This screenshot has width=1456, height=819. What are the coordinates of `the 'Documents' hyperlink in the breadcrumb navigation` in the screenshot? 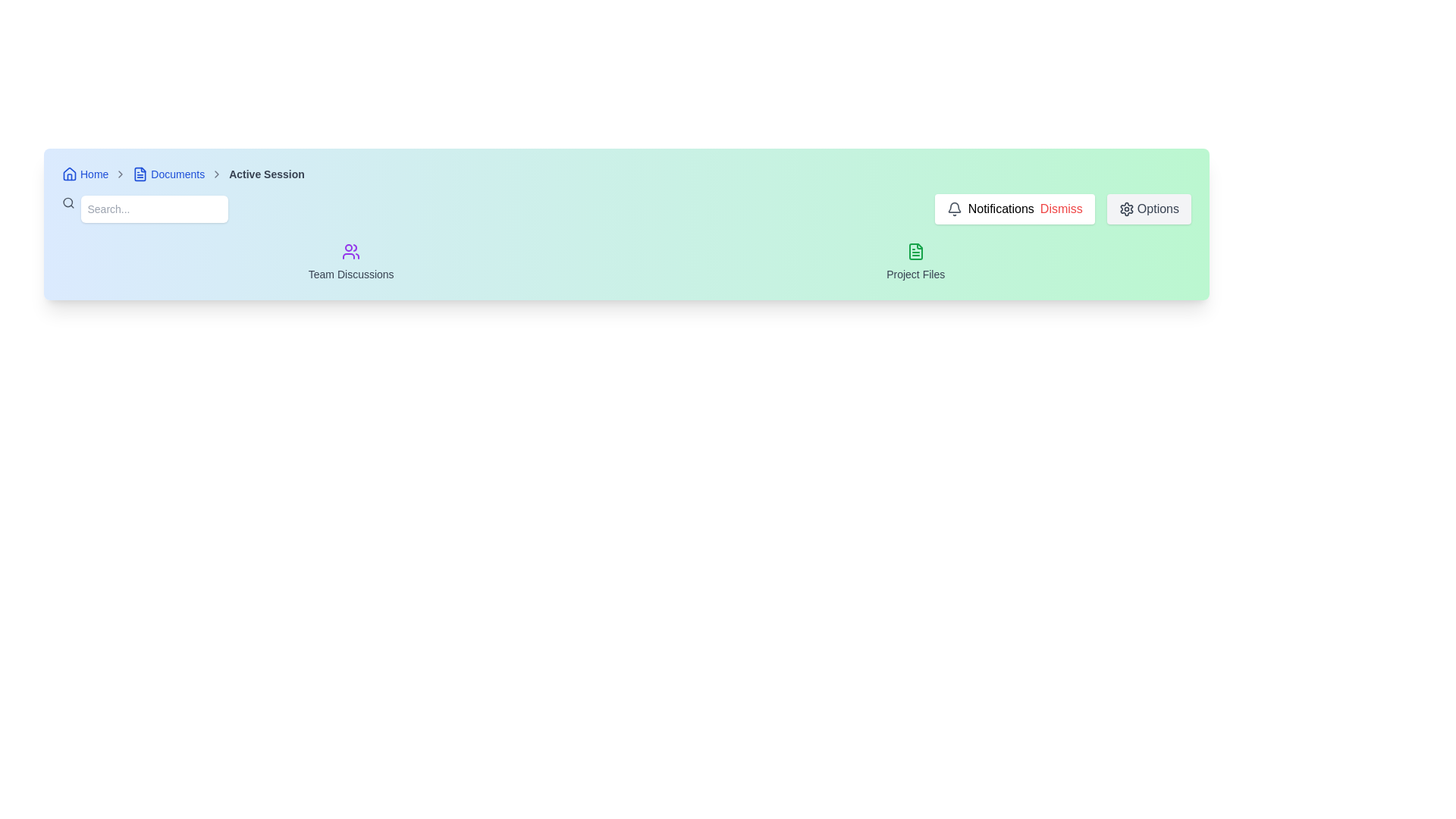 It's located at (168, 174).